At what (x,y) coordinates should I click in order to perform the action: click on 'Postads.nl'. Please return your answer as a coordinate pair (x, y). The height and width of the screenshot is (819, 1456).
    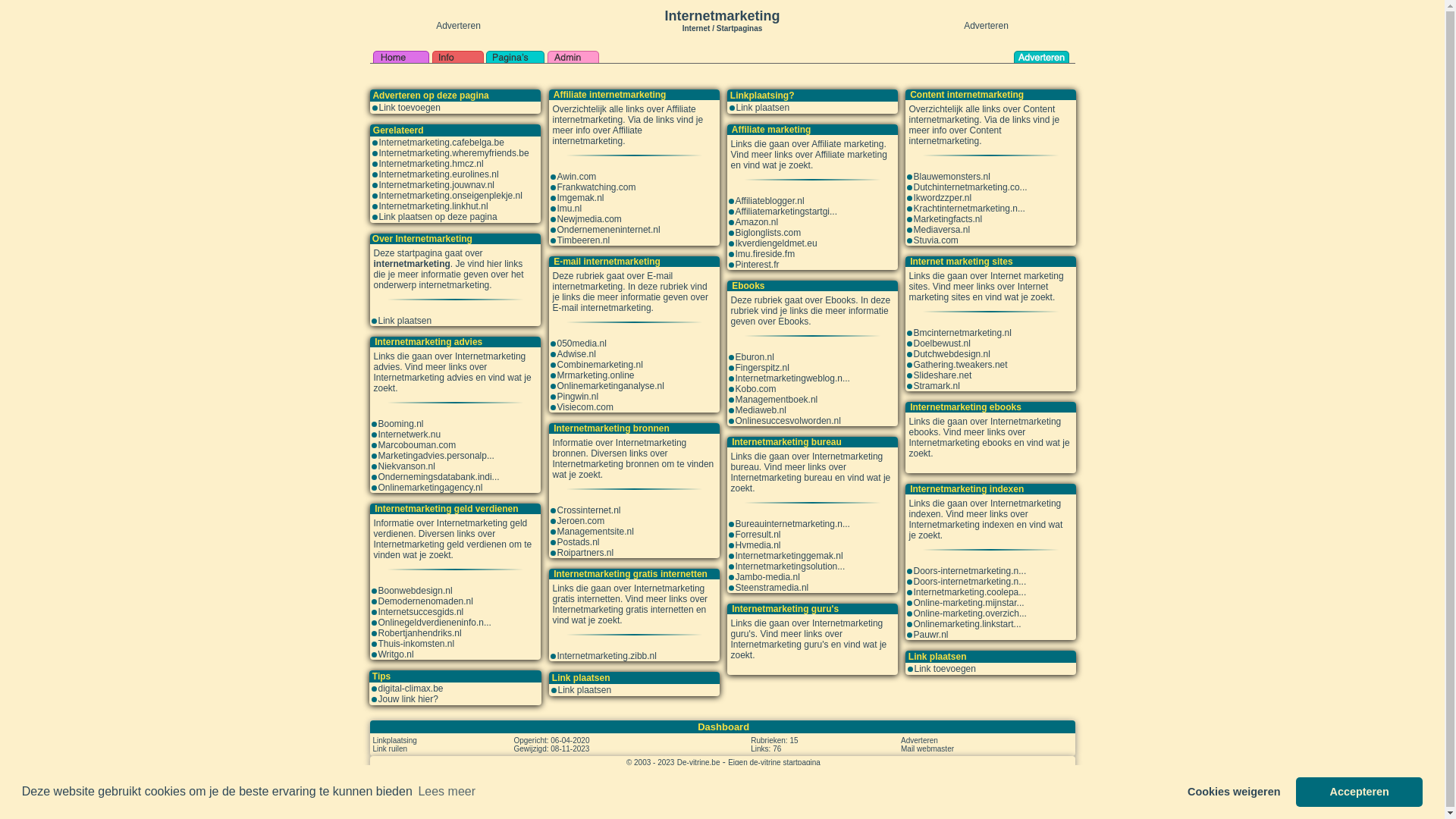
    Looking at the image, I should click on (577, 541).